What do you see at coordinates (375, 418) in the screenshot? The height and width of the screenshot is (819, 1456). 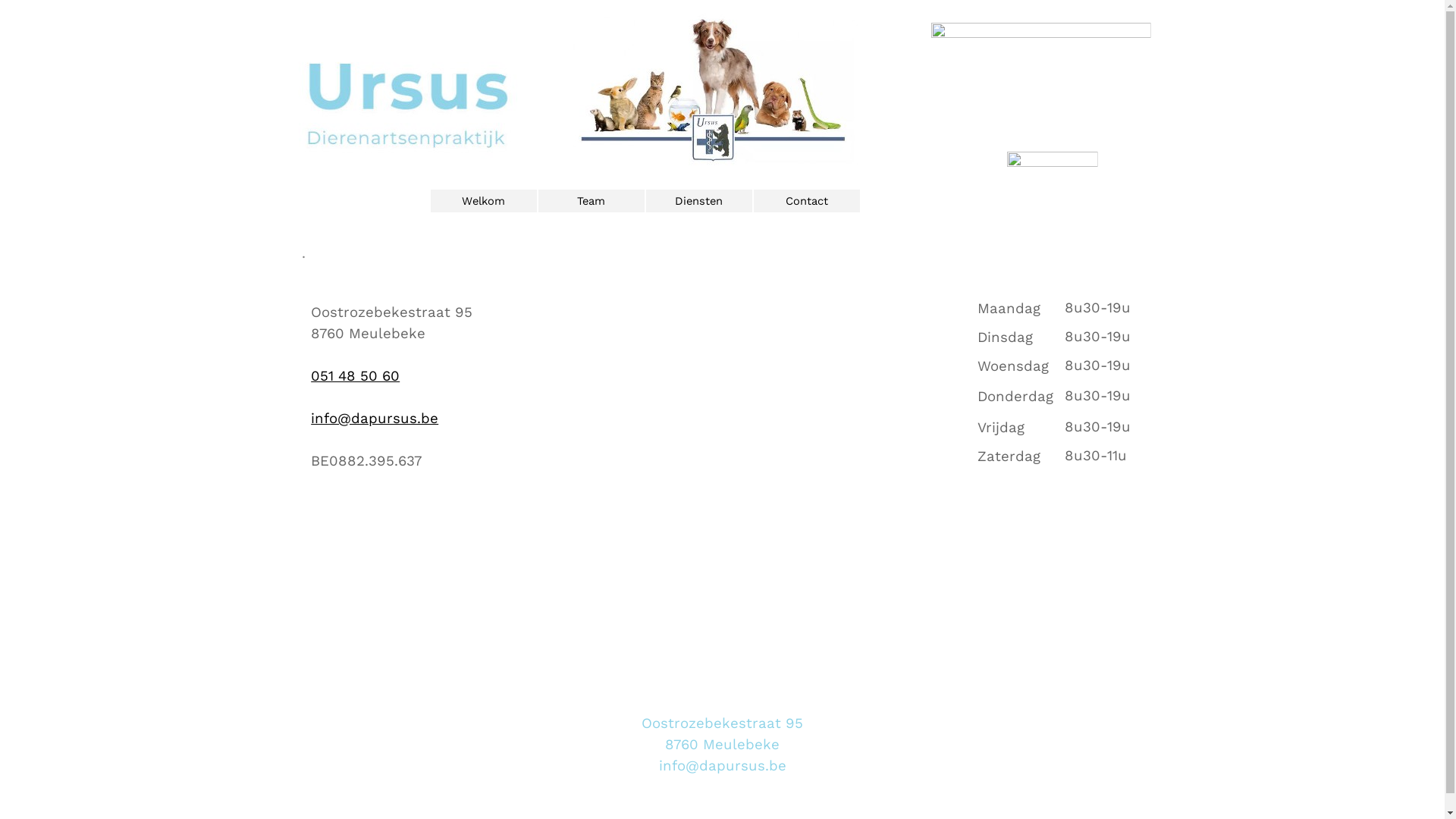 I see `'info@dapursus.be'` at bounding box center [375, 418].